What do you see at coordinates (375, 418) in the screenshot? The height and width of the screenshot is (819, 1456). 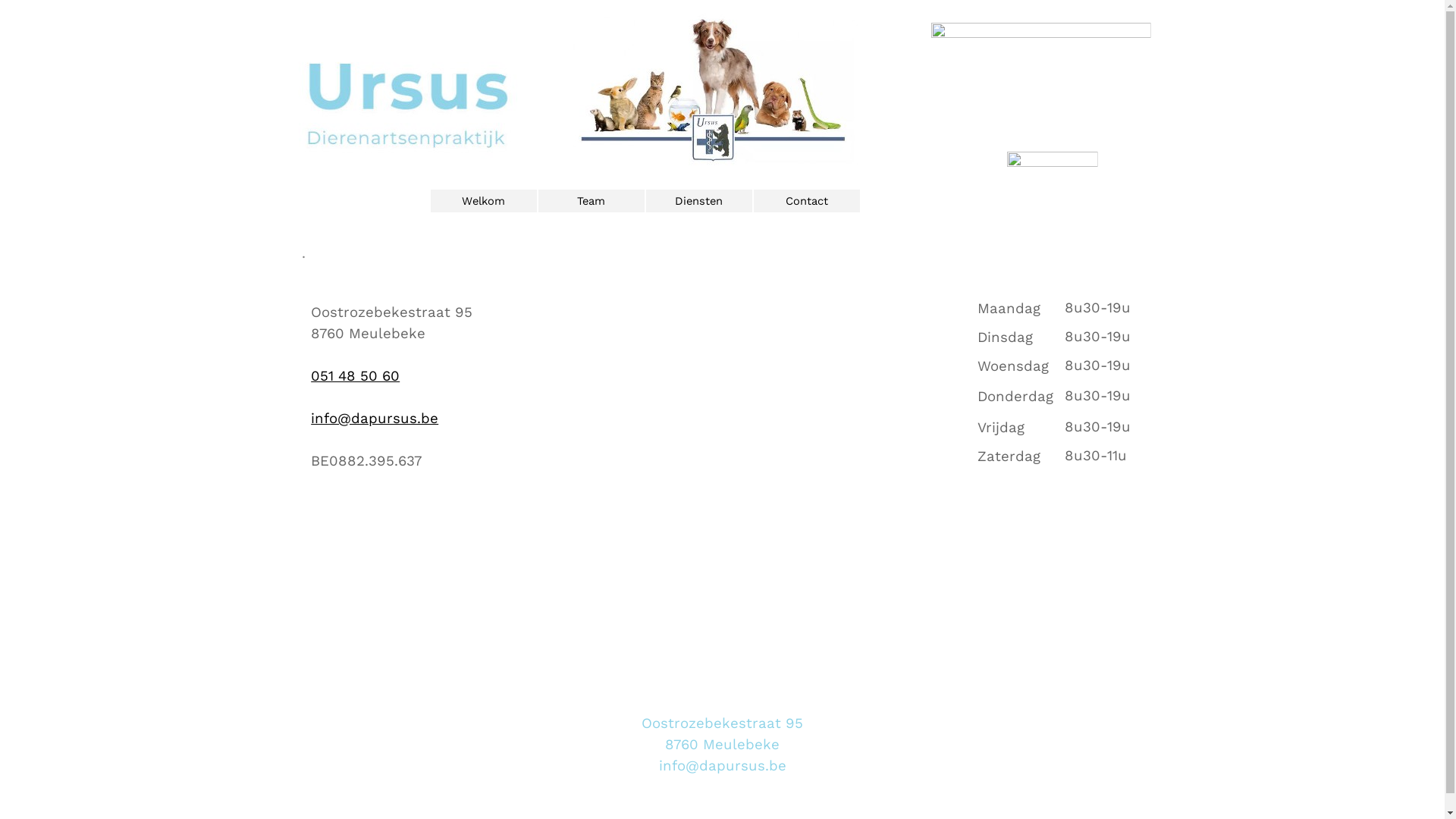 I see `'info@dapursus.be'` at bounding box center [375, 418].